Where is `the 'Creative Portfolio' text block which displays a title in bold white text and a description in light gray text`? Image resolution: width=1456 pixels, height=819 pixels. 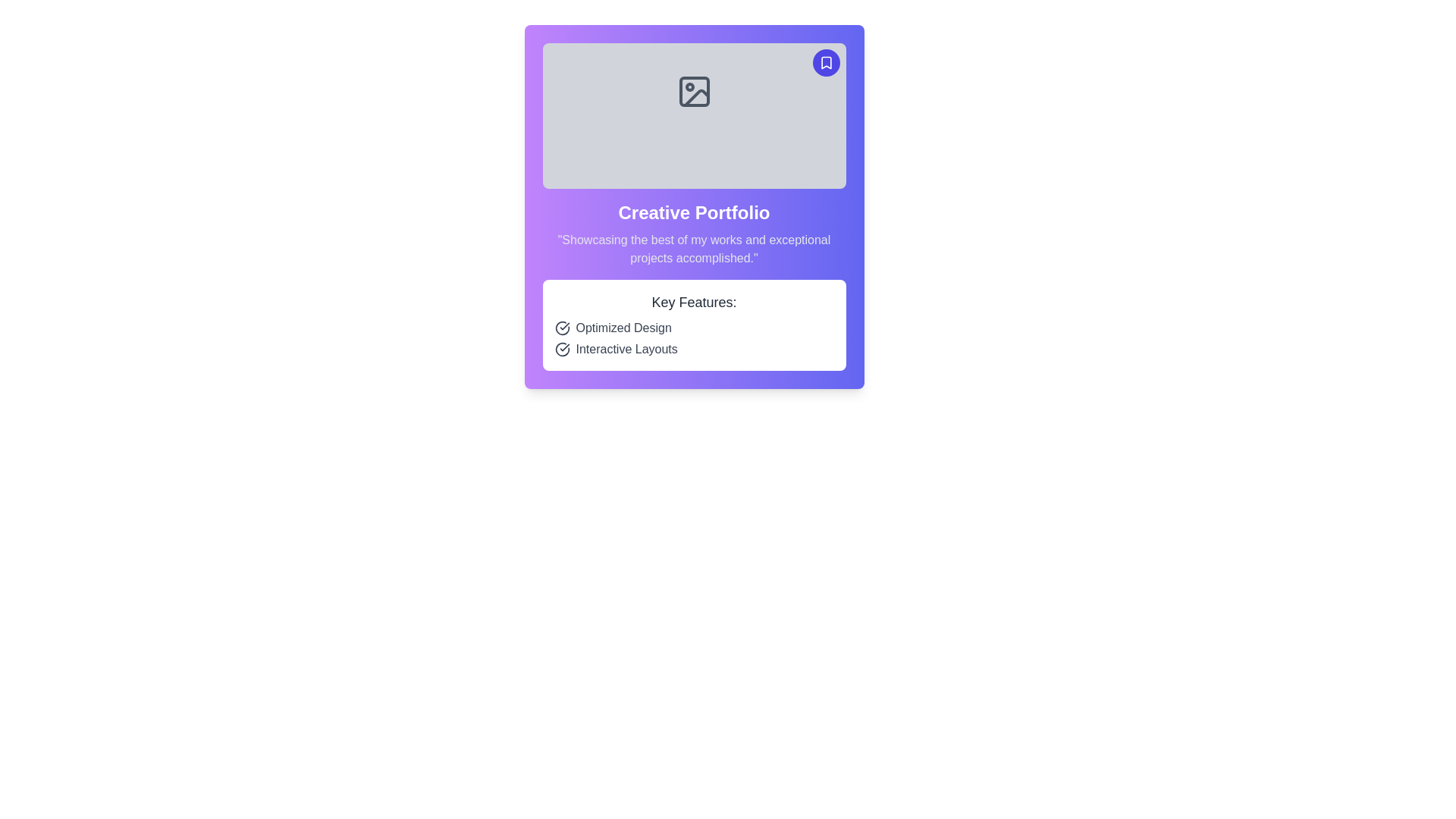
the 'Creative Portfolio' text block which displays a title in bold white text and a description in light gray text is located at coordinates (693, 234).